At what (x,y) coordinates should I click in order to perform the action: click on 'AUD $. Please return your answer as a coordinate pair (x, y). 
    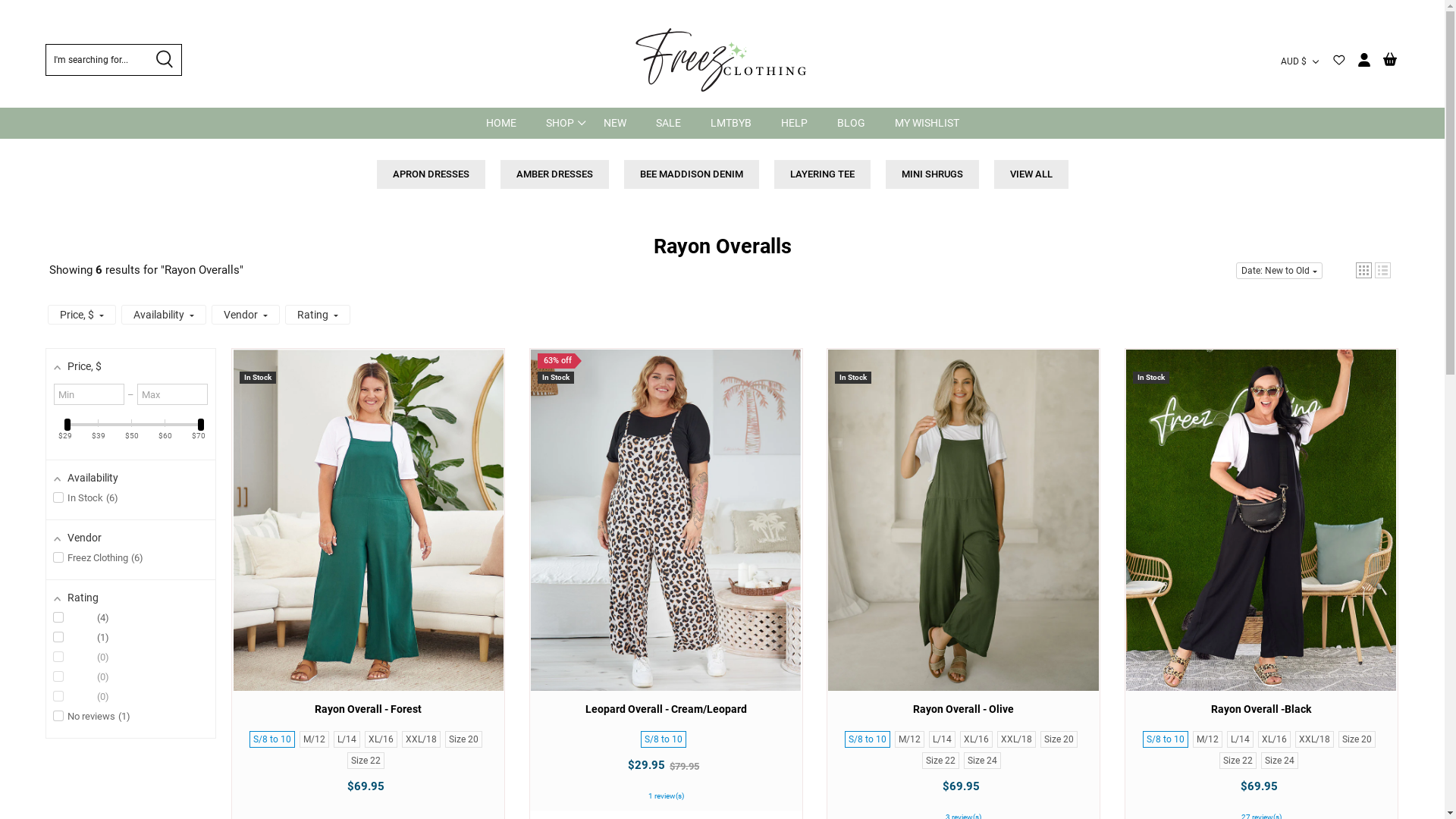
    Looking at the image, I should click on (1301, 61).